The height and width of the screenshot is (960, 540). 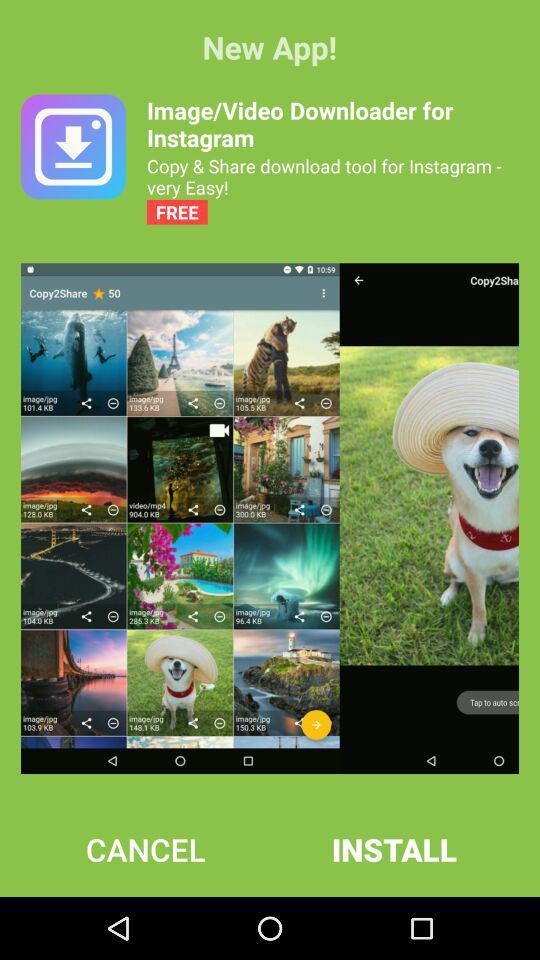 What do you see at coordinates (394, 848) in the screenshot?
I see `icon next to the cancel icon` at bounding box center [394, 848].